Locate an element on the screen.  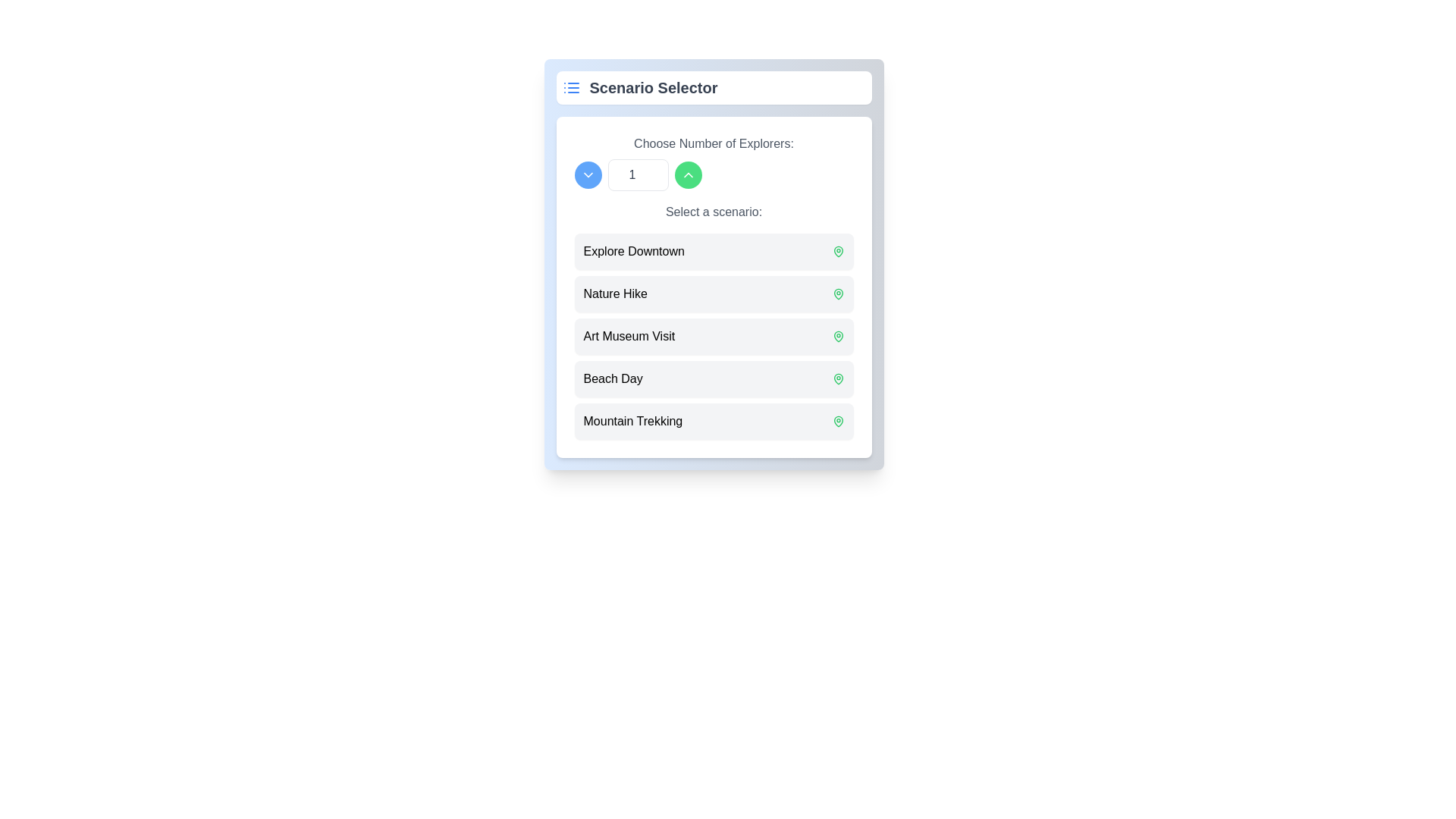
the third selectable option in the 'Scenario Selector' list related to an art museum visit is located at coordinates (713, 335).